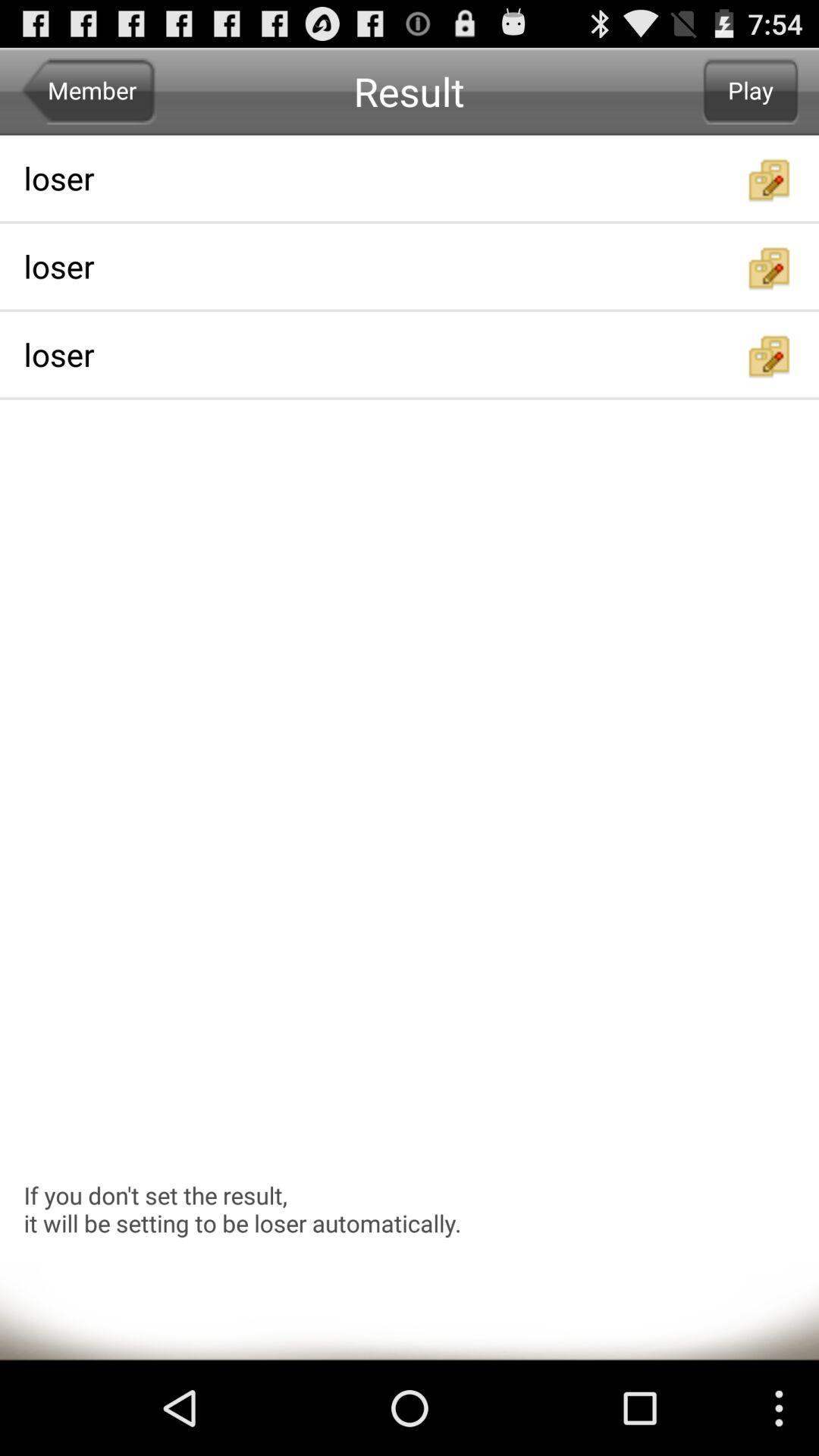  What do you see at coordinates (751, 90) in the screenshot?
I see `play icon` at bounding box center [751, 90].